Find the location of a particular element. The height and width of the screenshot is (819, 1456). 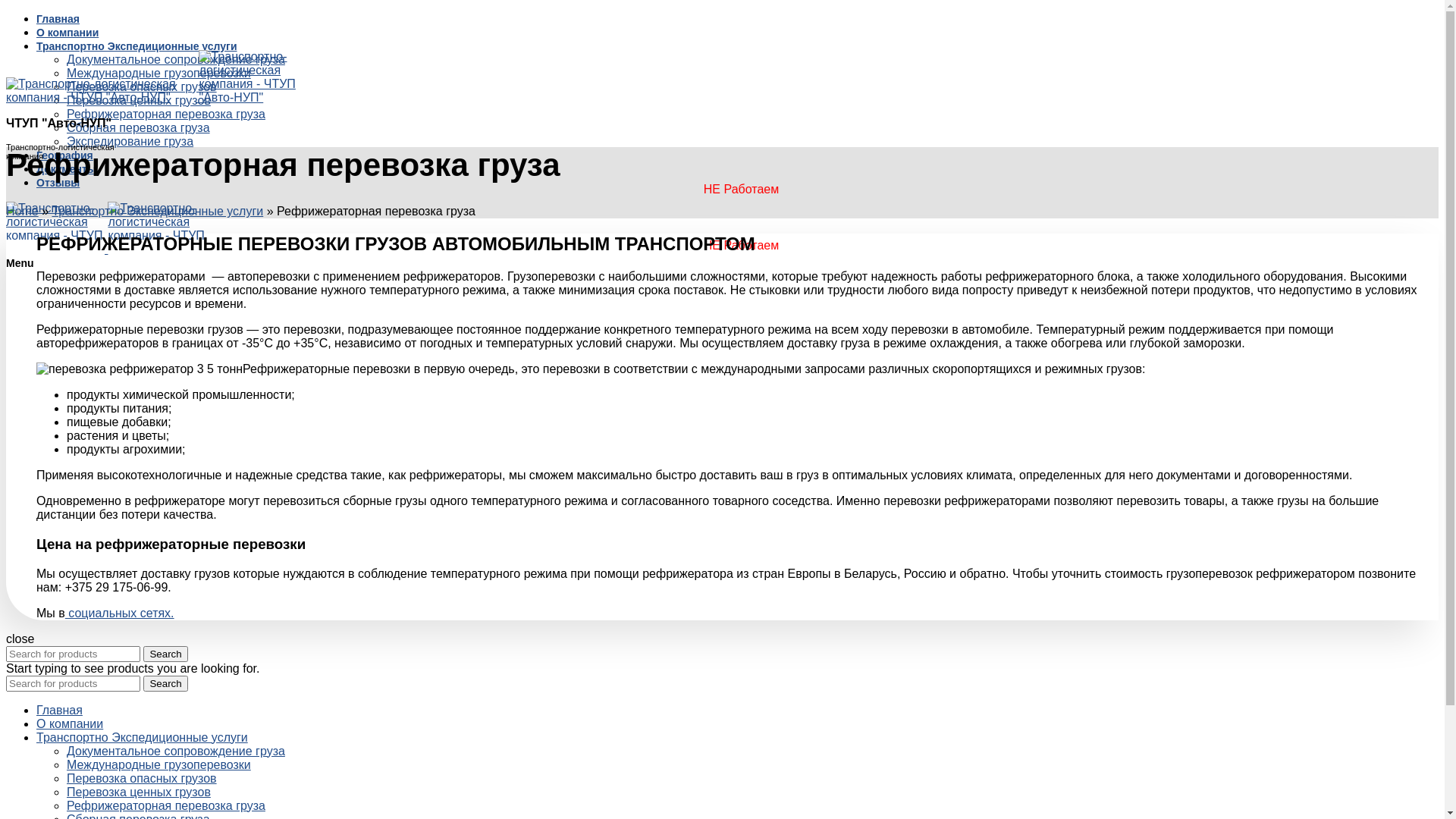

'Home' is located at coordinates (22, 211).